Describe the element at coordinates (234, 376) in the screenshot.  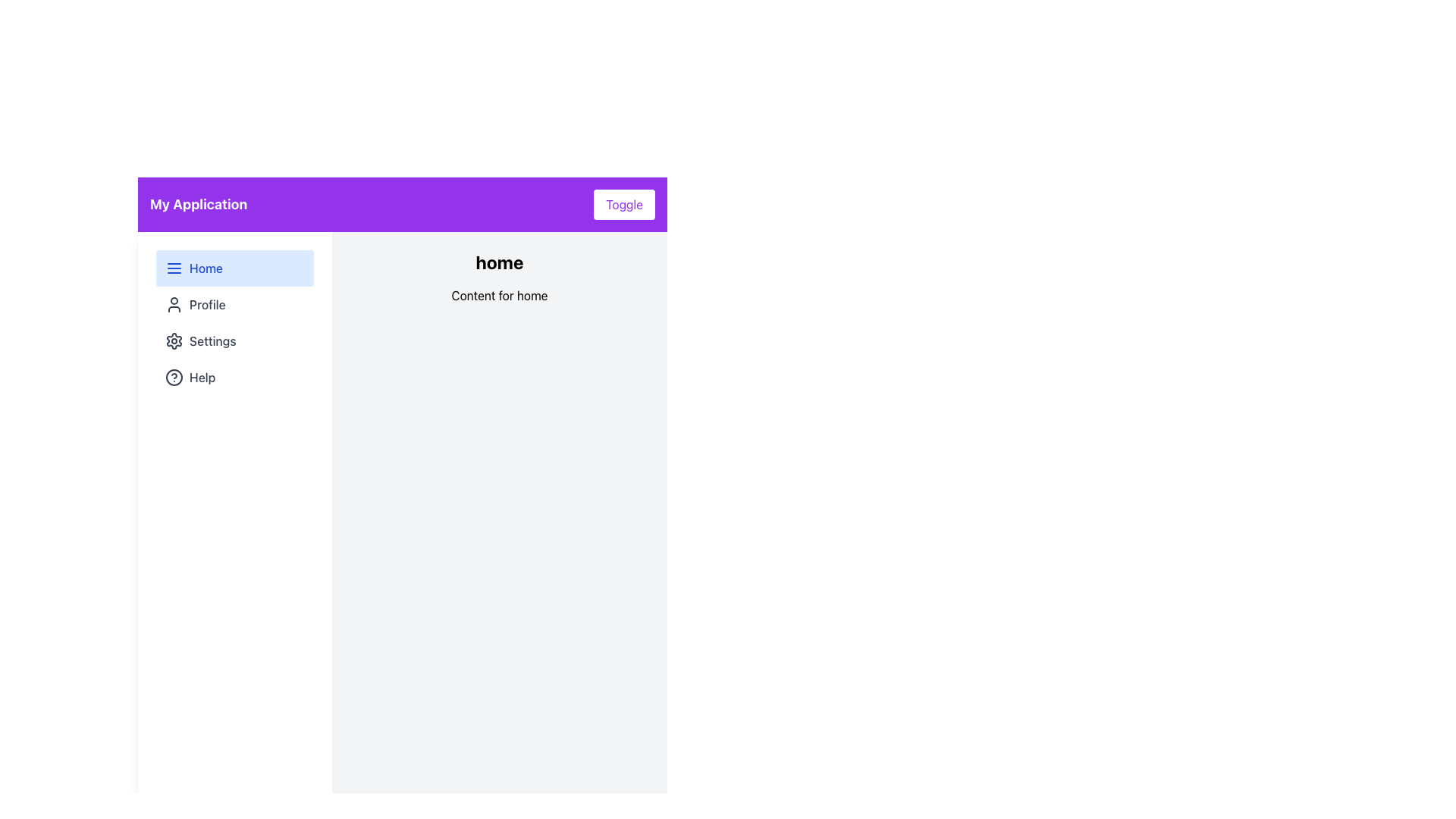
I see `the Help button located in the left column of the navigation menu` at that location.